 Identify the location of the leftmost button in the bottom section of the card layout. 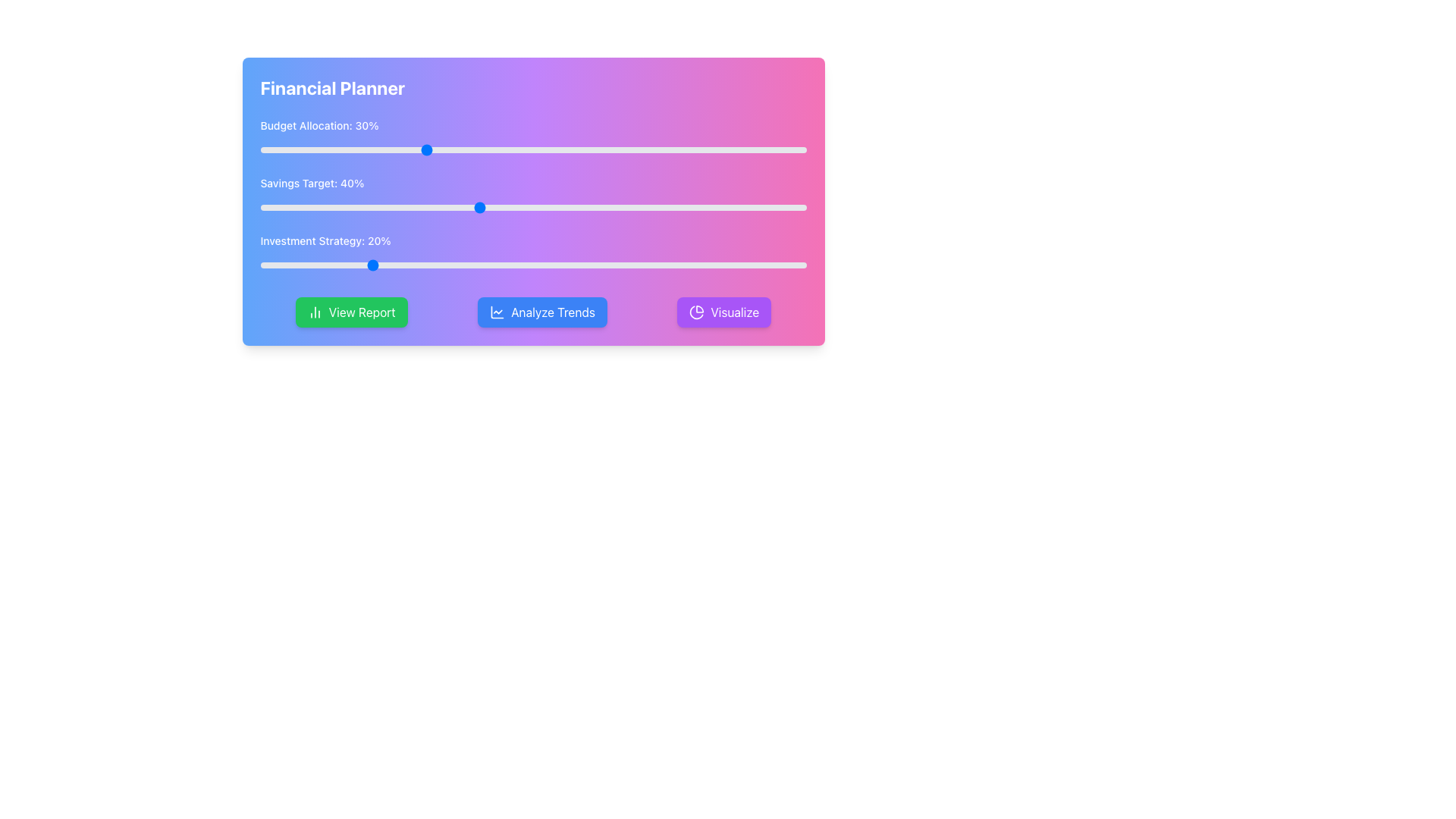
(361, 312).